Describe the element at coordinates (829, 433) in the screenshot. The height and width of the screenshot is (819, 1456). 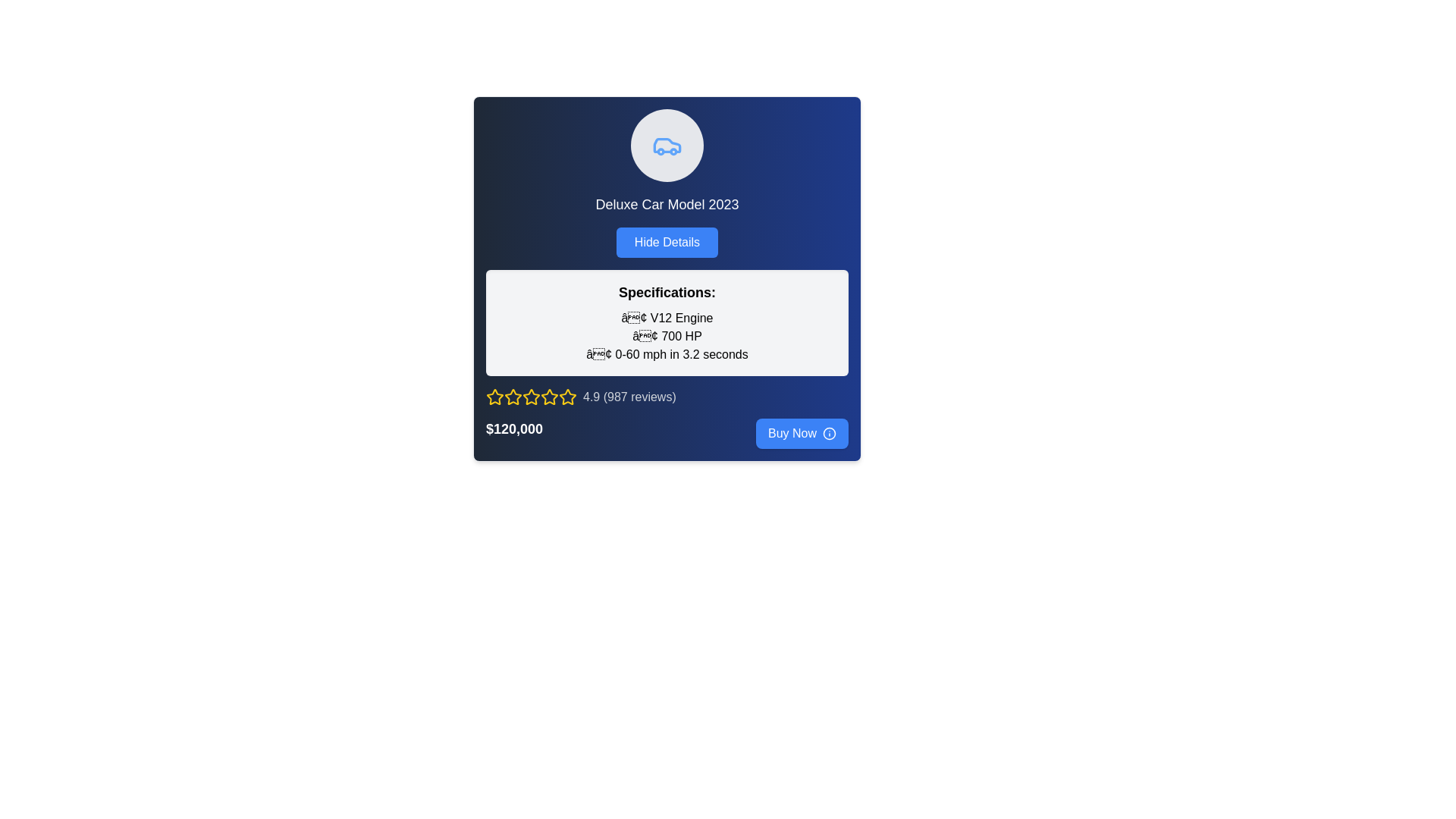
I see `the circular icon with a radius of 10 pixels located at the center of the Buy Now button toward the right of the card's footer area` at that location.